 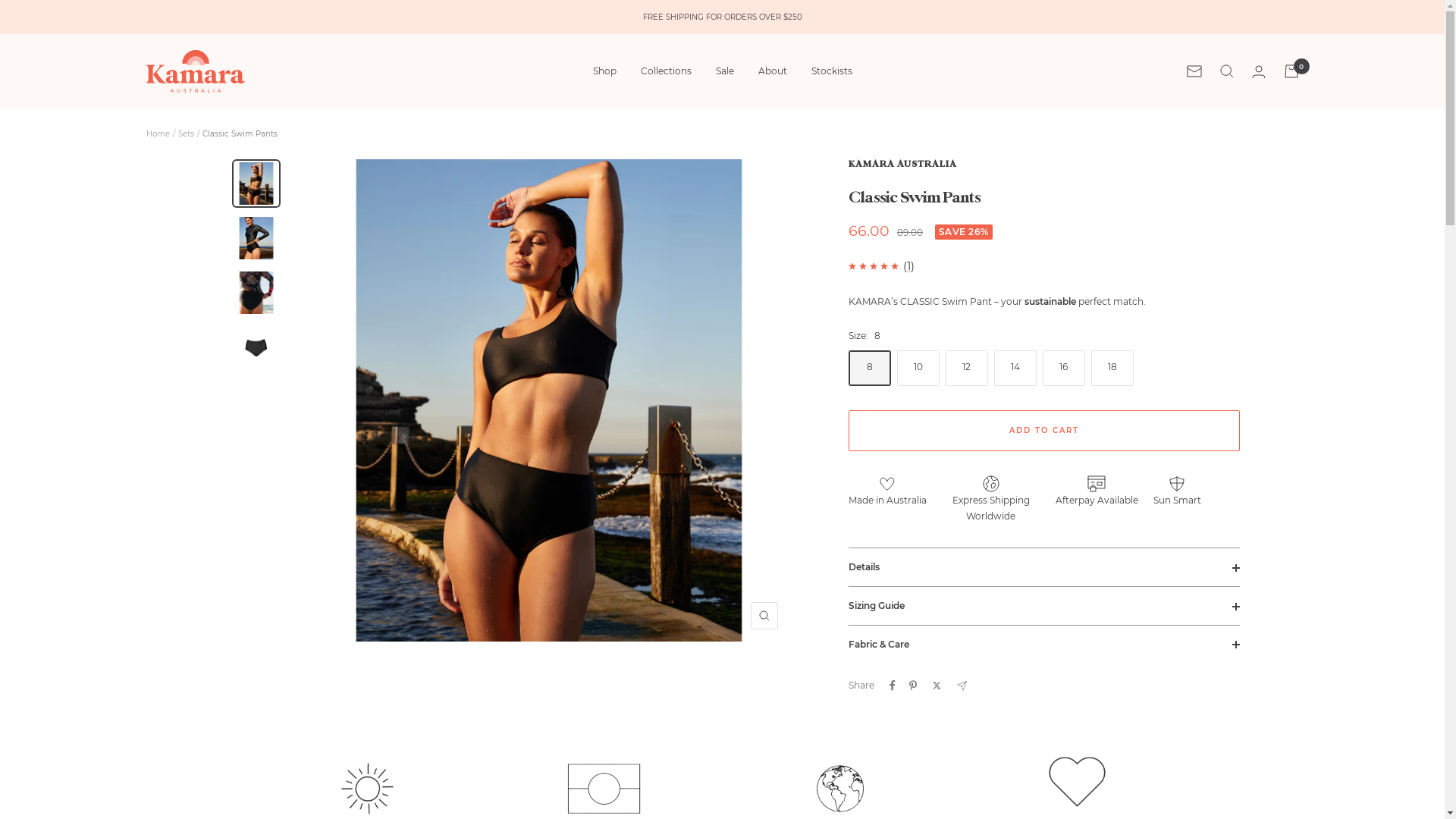 I want to click on 'Collections', so click(x=665, y=71).